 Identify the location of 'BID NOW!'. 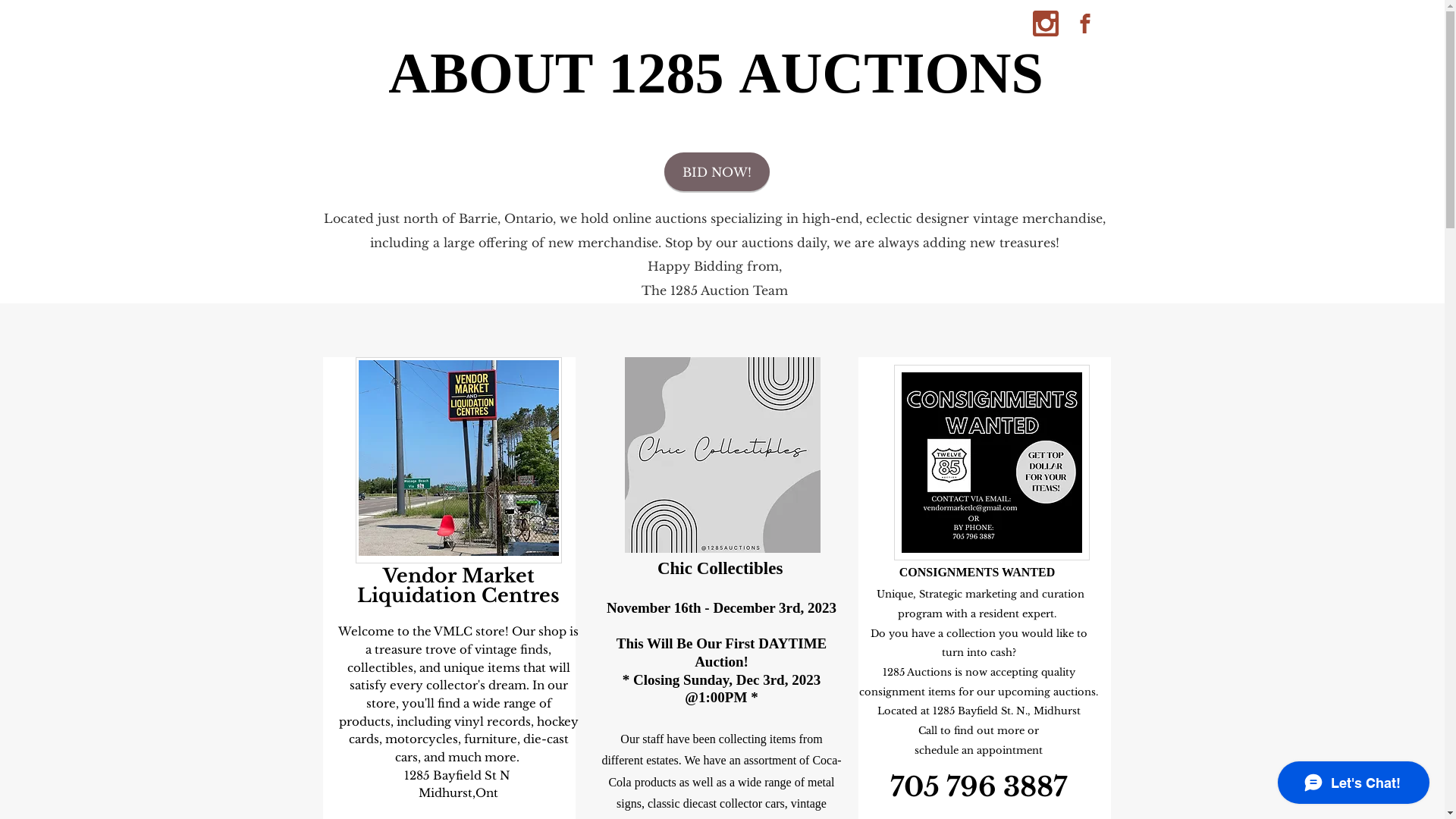
(716, 171).